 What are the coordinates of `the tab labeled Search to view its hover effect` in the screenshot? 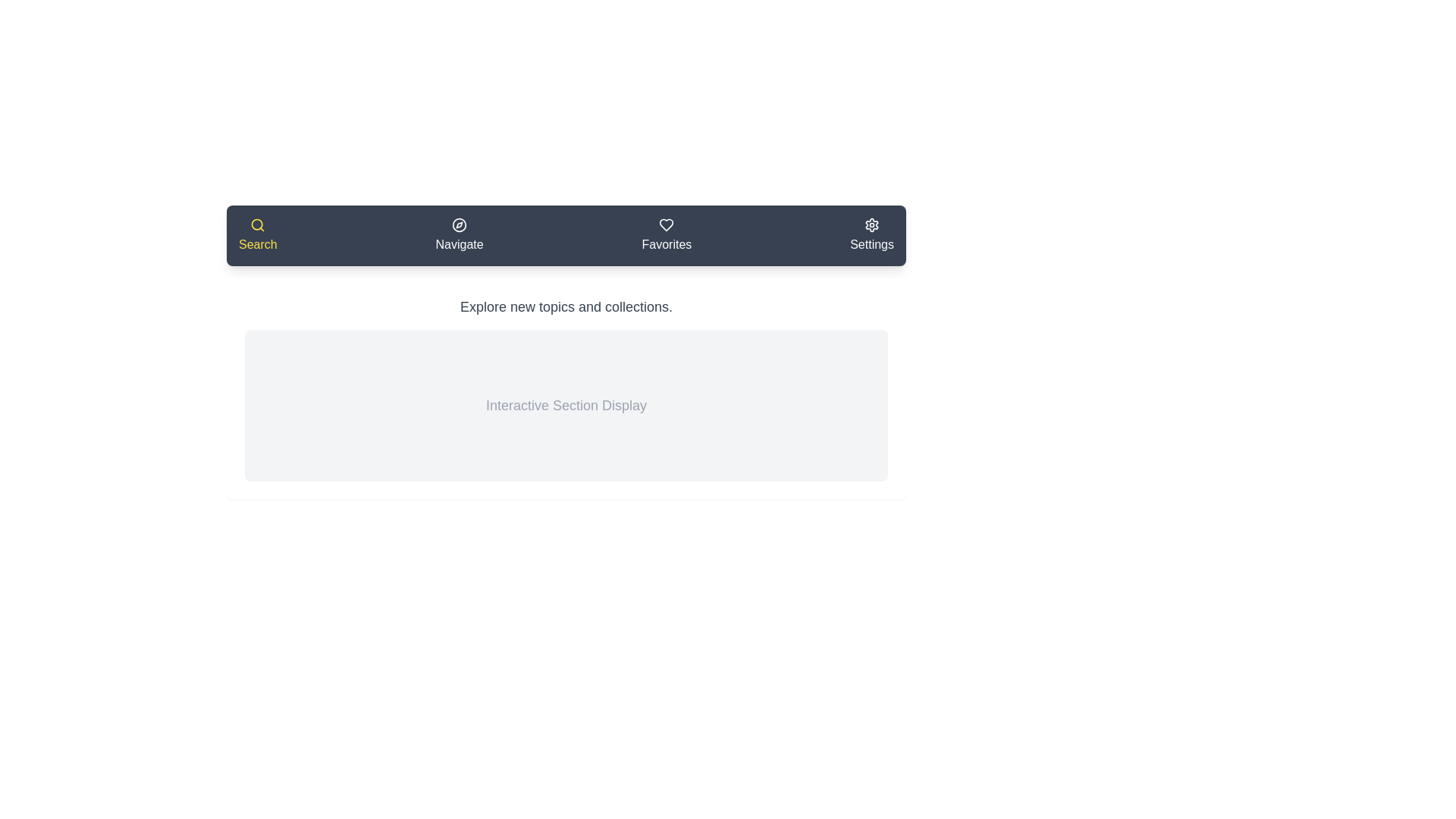 It's located at (258, 236).